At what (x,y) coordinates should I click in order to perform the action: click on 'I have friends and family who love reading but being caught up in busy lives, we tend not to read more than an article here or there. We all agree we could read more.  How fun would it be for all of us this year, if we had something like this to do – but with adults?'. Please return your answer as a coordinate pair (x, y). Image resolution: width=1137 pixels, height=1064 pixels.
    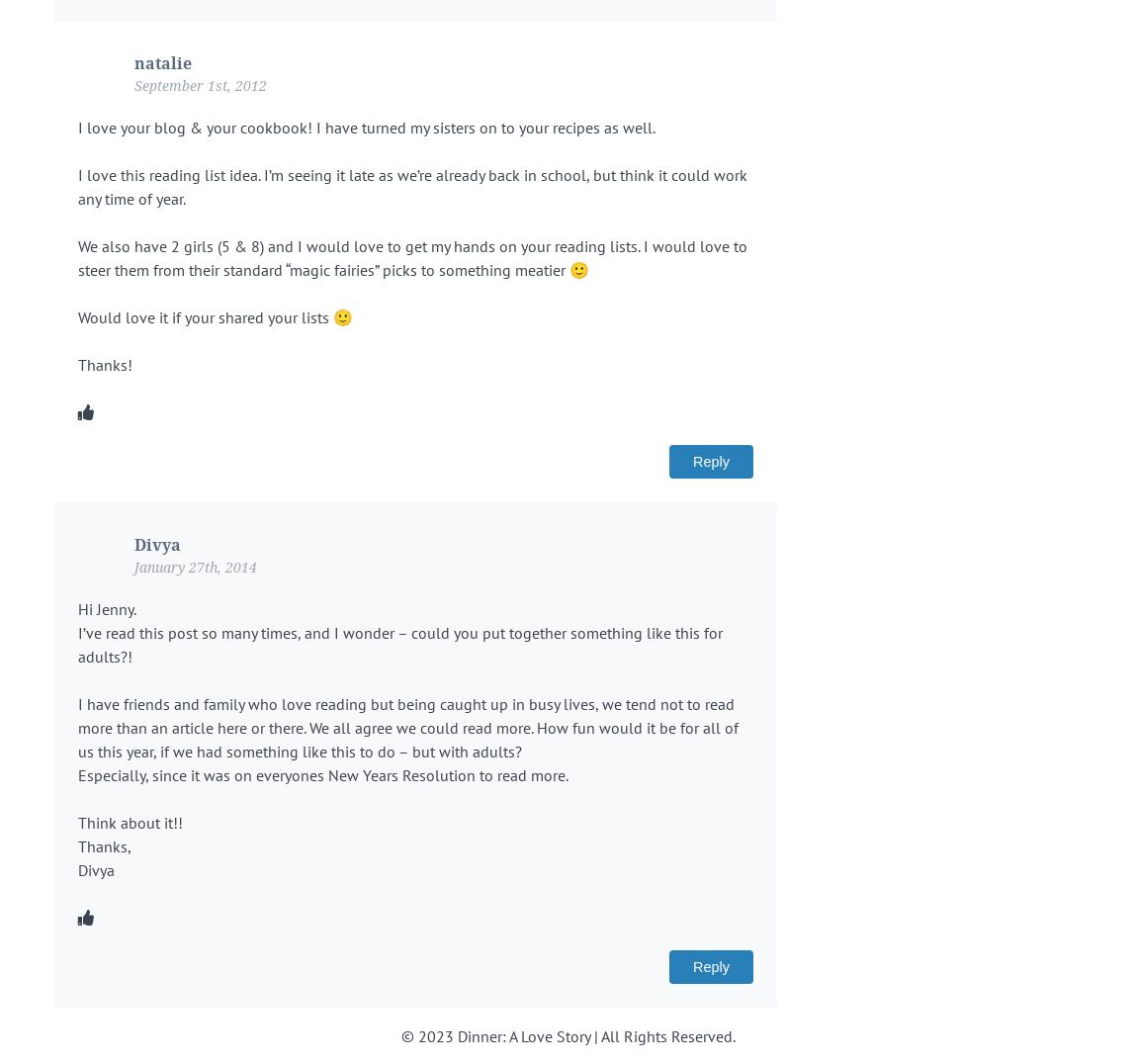
    Looking at the image, I should click on (407, 726).